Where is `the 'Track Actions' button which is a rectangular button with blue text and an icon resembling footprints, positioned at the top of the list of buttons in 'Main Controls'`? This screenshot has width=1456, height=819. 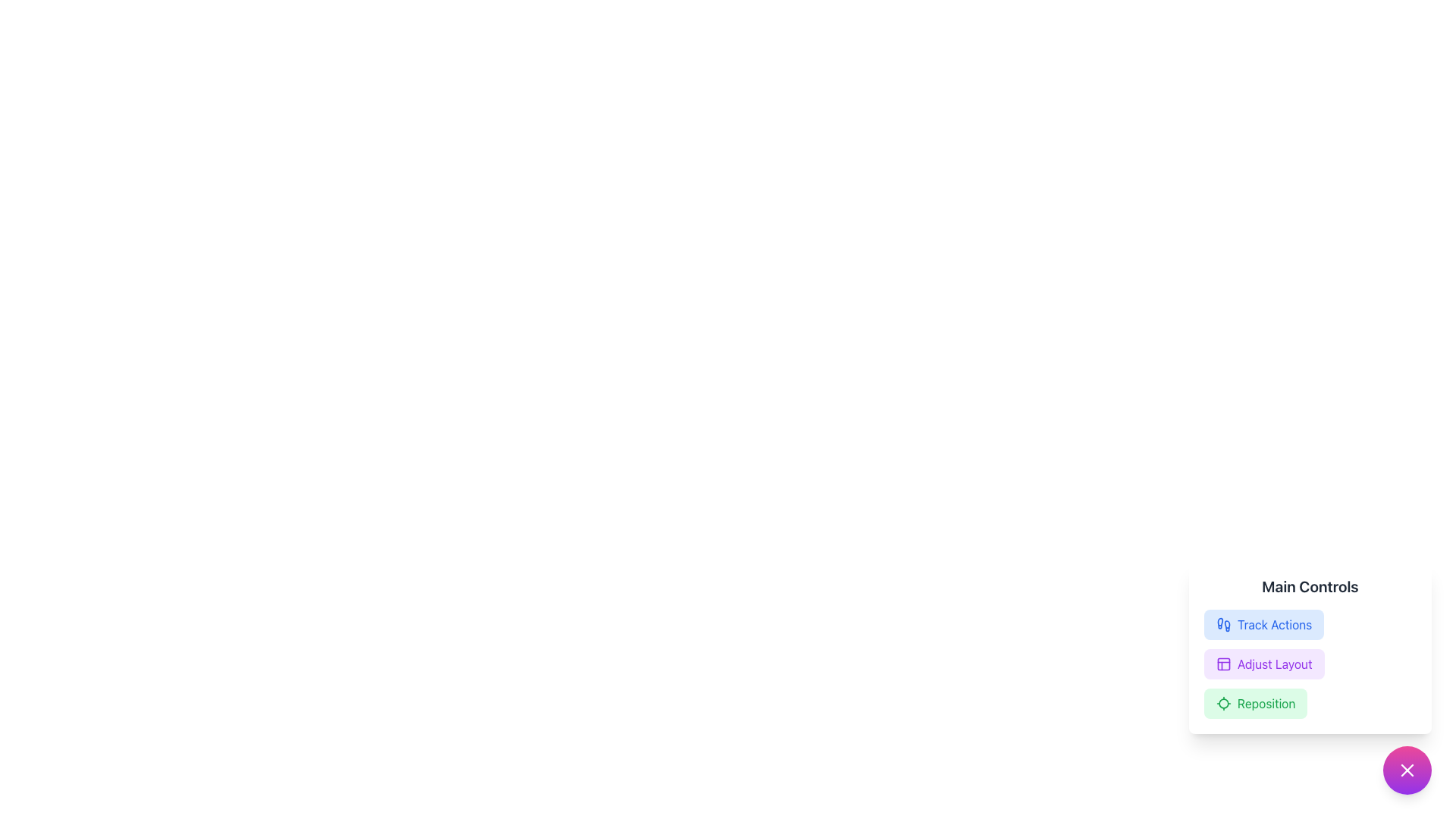 the 'Track Actions' button which is a rectangular button with blue text and an icon resembling footprints, positioned at the top of the list of buttons in 'Main Controls' is located at coordinates (1264, 625).